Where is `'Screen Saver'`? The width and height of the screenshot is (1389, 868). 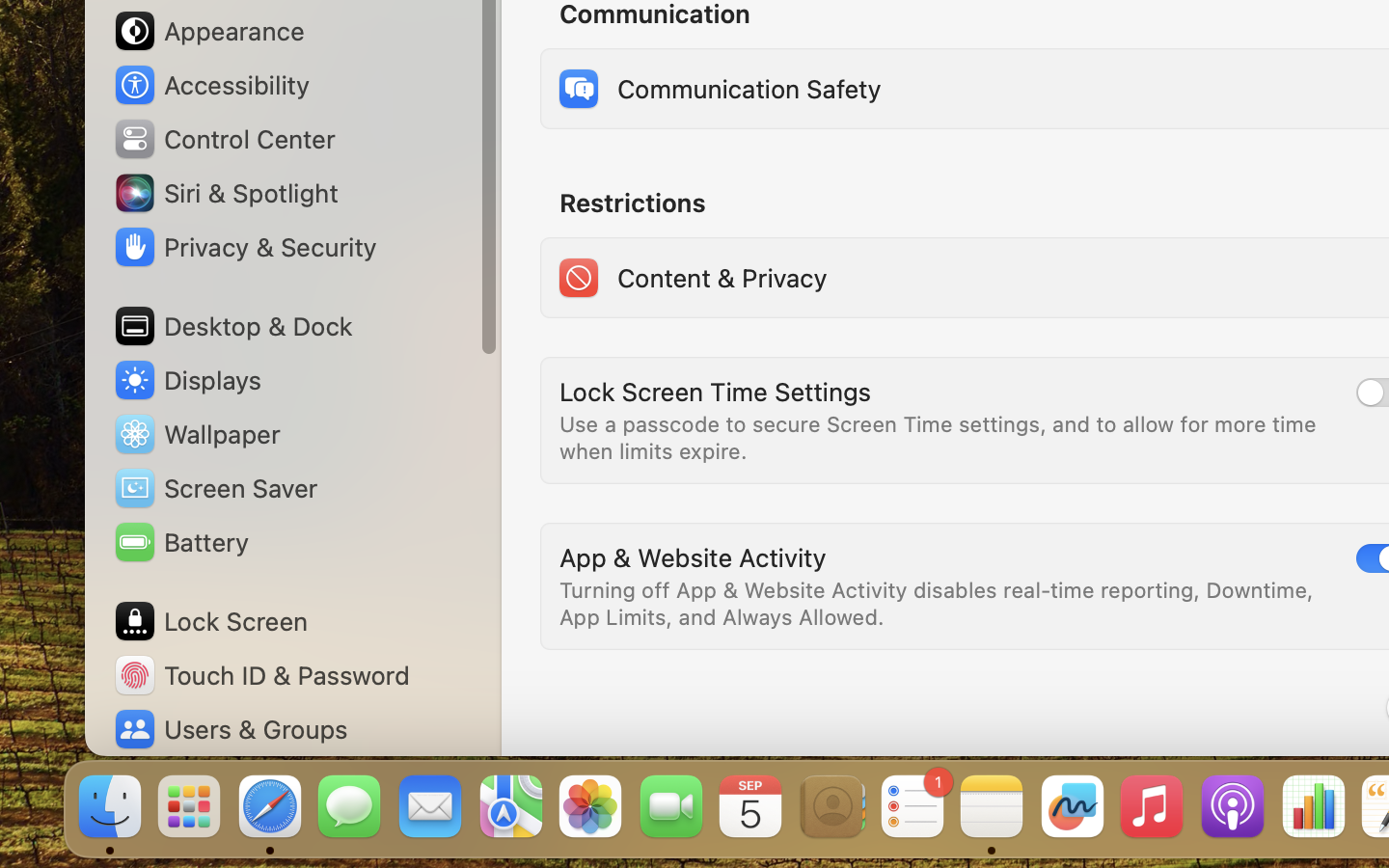
'Screen Saver' is located at coordinates (215, 486).